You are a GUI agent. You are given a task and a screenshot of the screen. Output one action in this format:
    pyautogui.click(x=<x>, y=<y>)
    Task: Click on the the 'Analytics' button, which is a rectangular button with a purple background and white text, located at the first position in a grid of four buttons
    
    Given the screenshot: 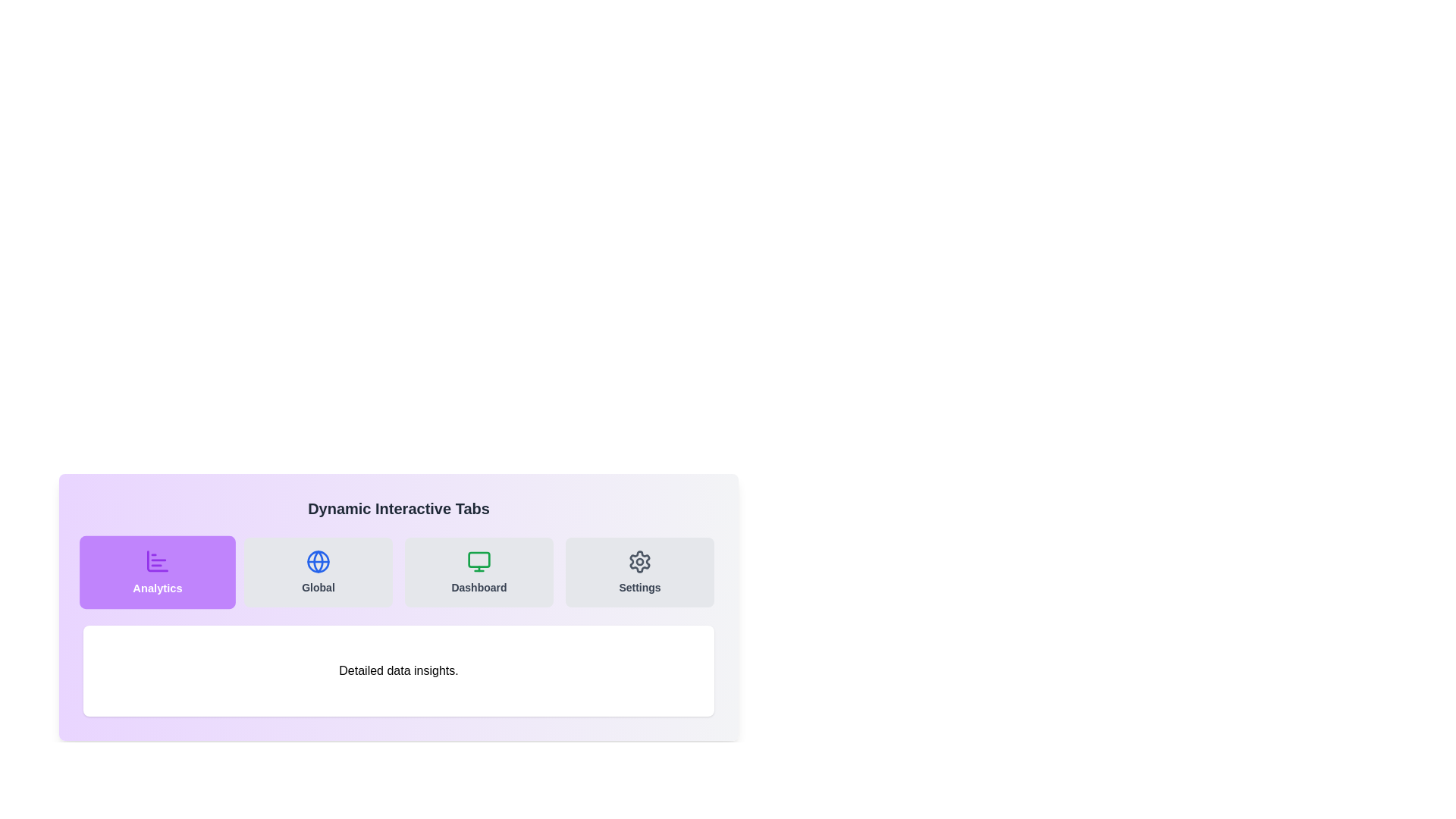 What is the action you would take?
    pyautogui.click(x=157, y=573)
    